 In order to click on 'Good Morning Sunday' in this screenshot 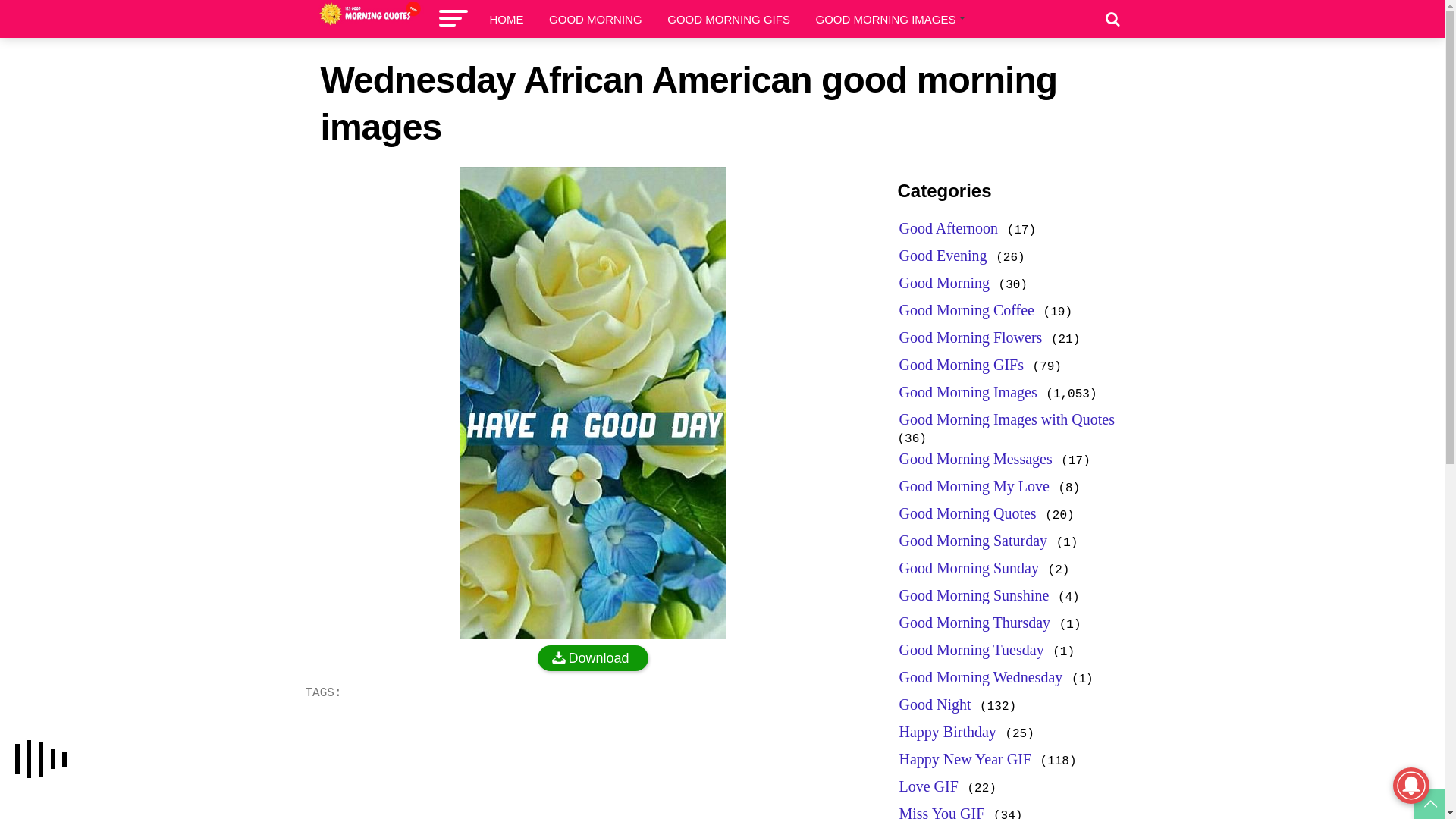, I will do `click(968, 567)`.